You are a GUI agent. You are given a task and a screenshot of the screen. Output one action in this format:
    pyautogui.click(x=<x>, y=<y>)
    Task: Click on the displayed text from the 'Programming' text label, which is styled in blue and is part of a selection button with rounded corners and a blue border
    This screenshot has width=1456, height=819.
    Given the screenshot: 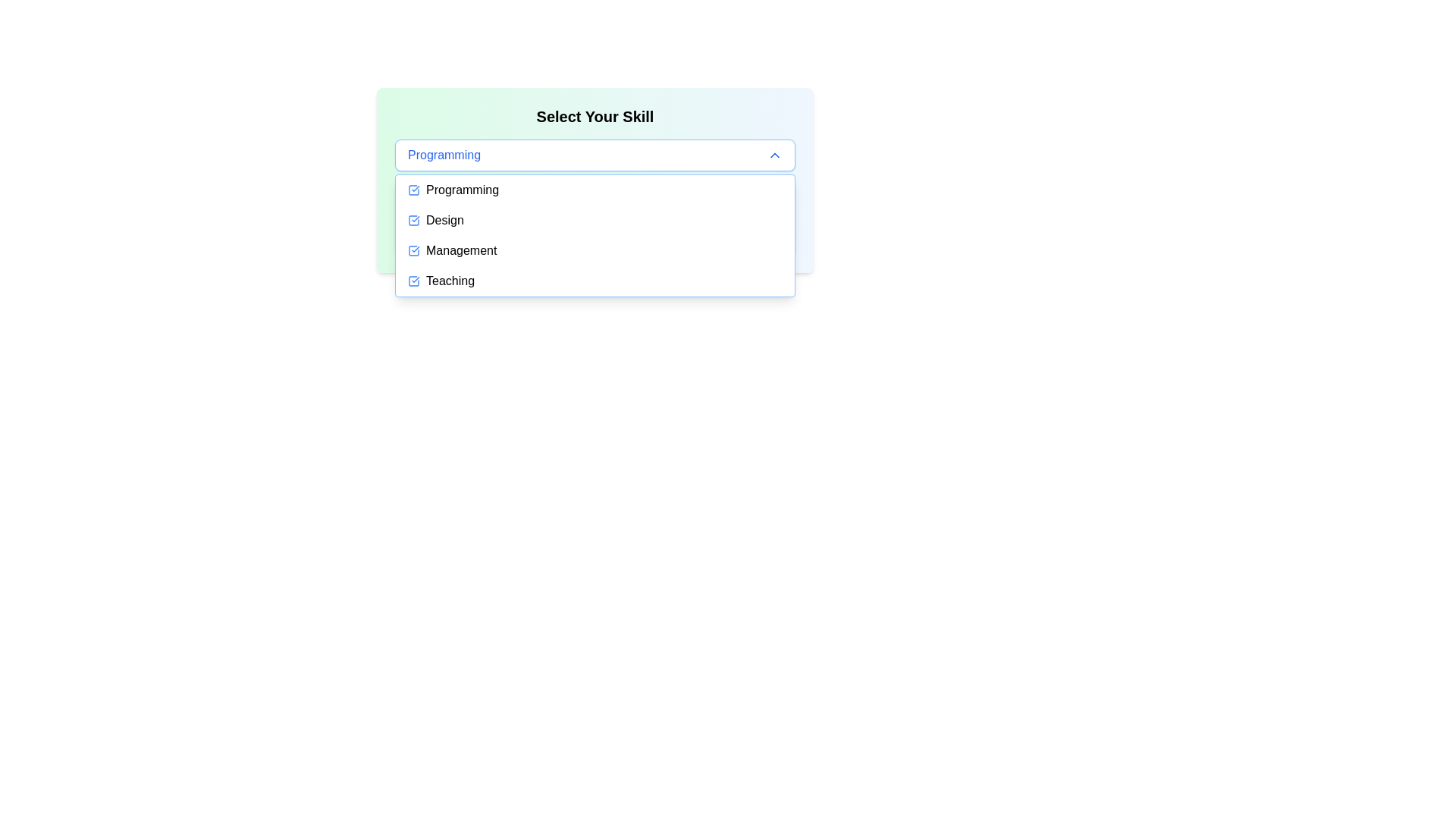 What is the action you would take?
    pyautogui.click(x=443, y=155)
    